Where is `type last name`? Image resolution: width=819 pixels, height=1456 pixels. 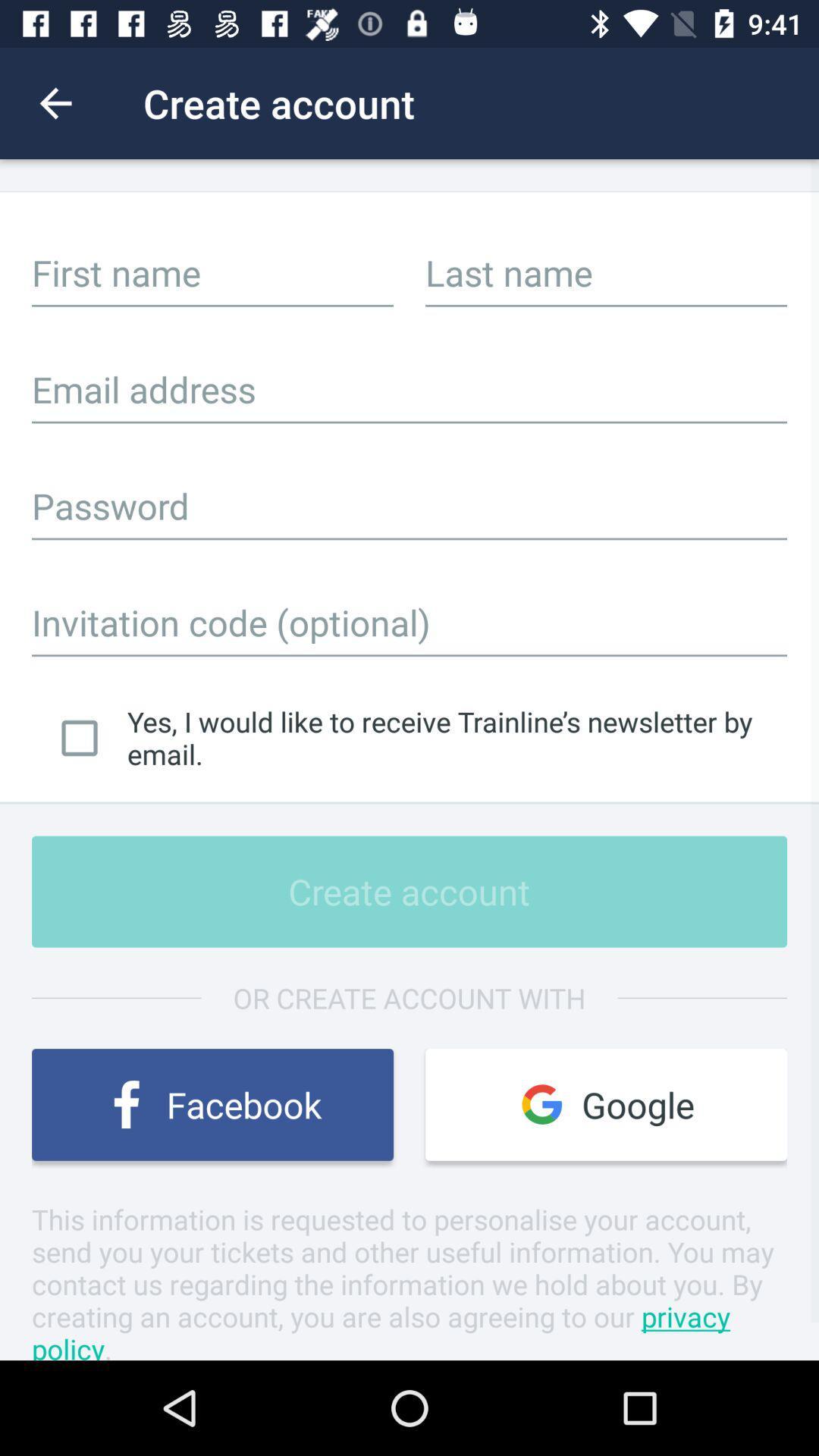 type last name is located at coordinates (605, 272).